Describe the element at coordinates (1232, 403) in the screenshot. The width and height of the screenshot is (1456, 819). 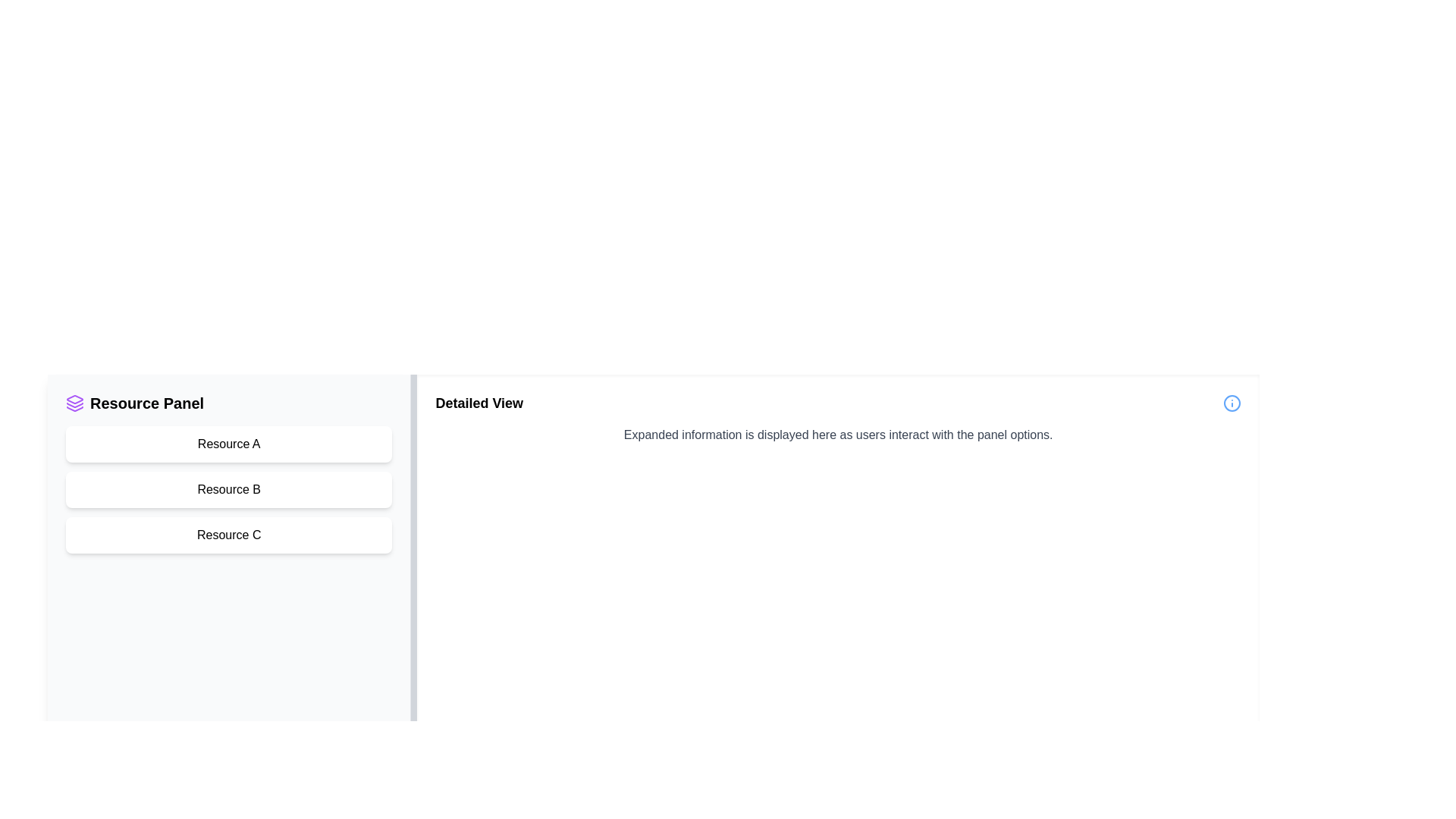
I see `the 'info' icon located to the right of the 'Detailed View' label` at that location.